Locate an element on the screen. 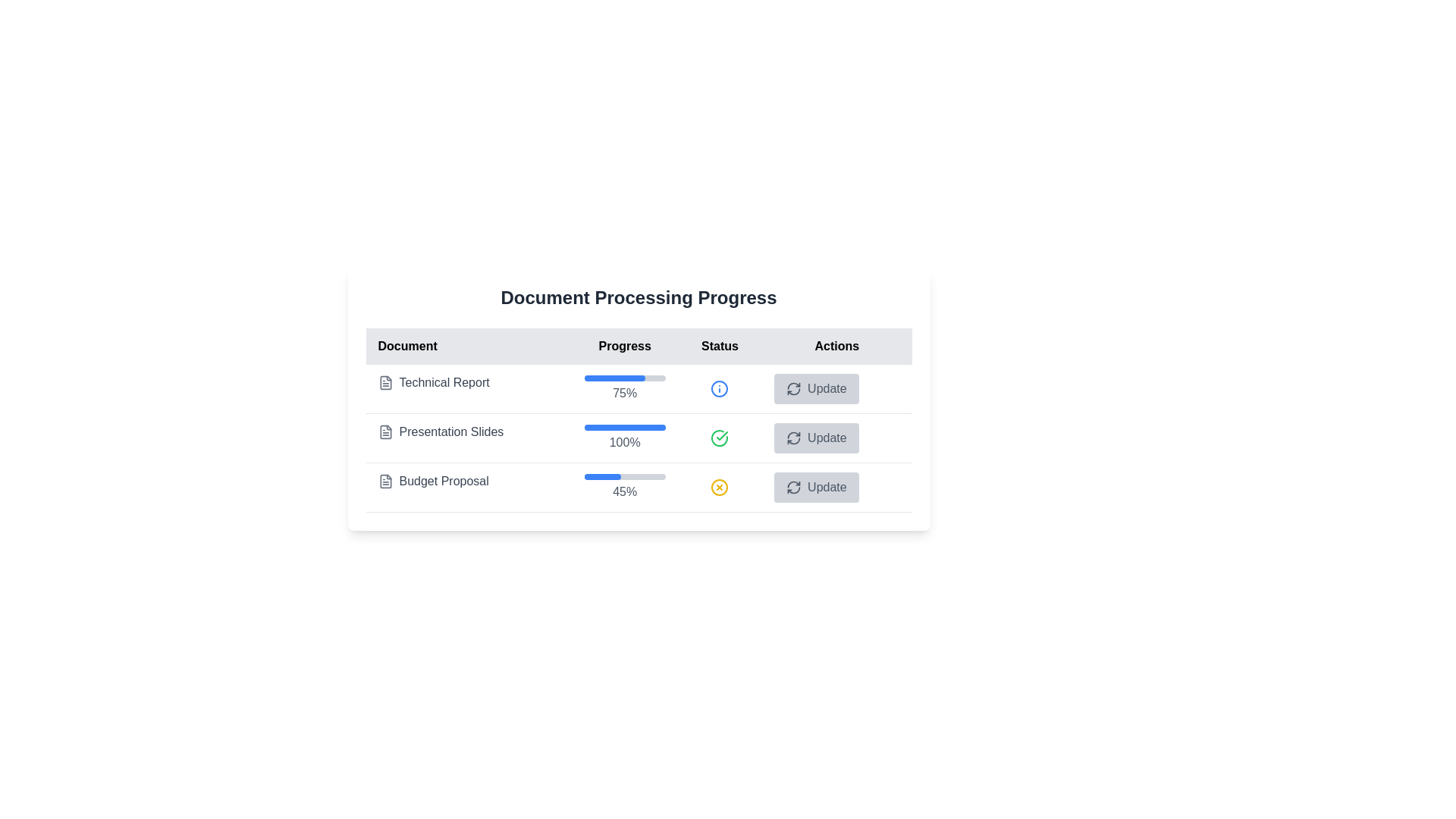  the 'Technical Report' text label, which is styled with a gray font and positioned next is located at coordinates (468, 382).